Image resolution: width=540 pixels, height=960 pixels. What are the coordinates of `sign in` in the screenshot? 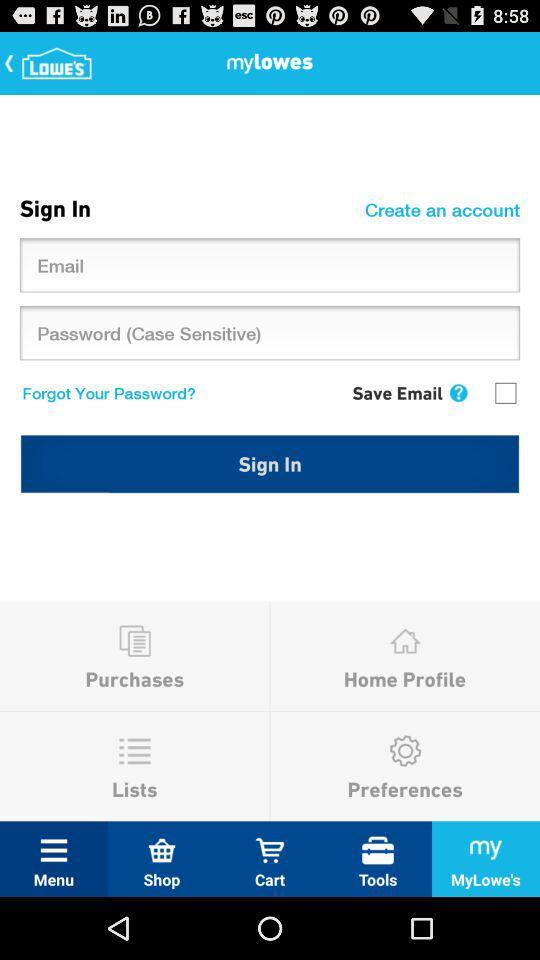 It's located at (270, 463).